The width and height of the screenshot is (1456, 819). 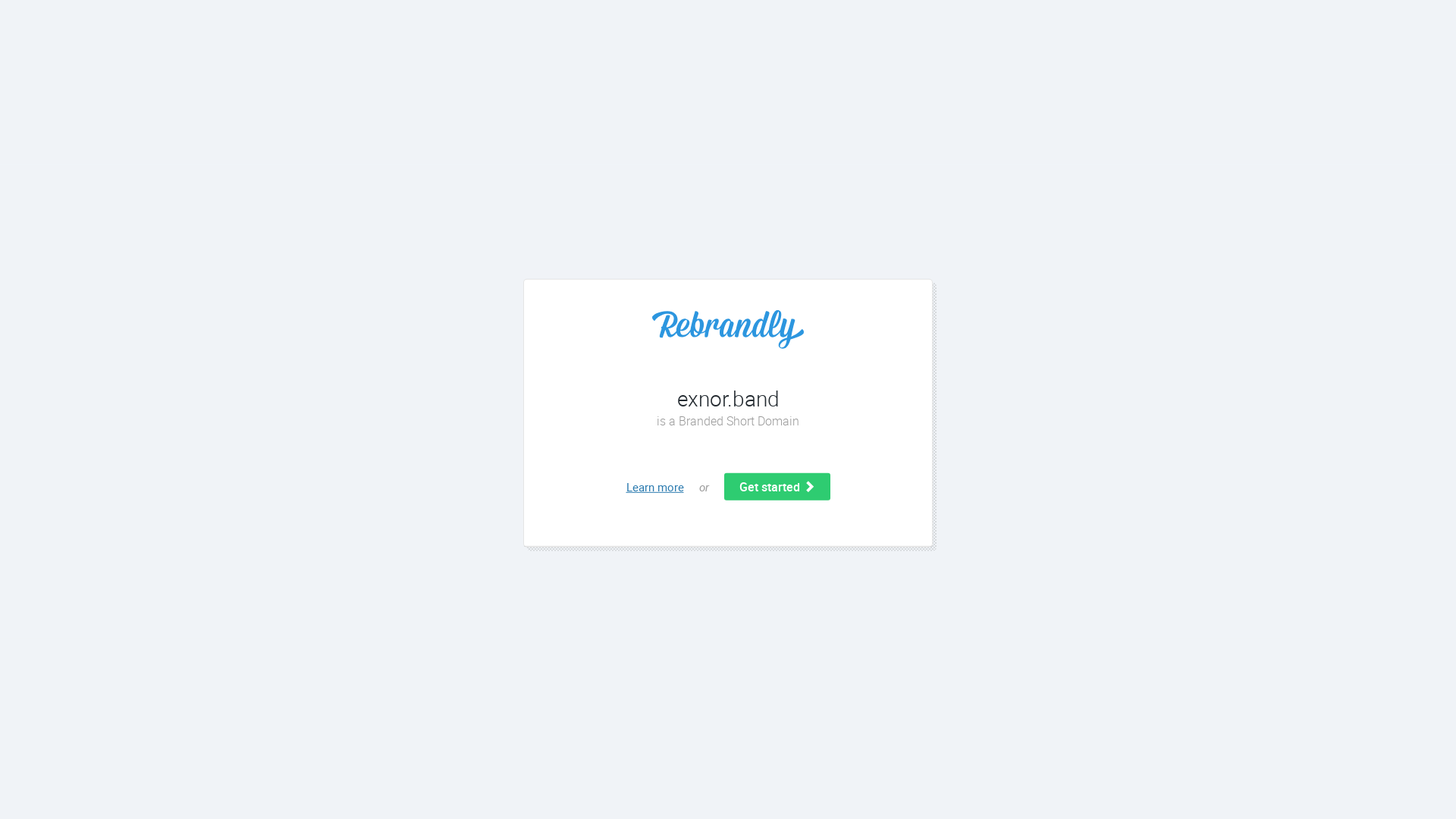 I want to click on 'Learn more', so click(x=626, y=486).